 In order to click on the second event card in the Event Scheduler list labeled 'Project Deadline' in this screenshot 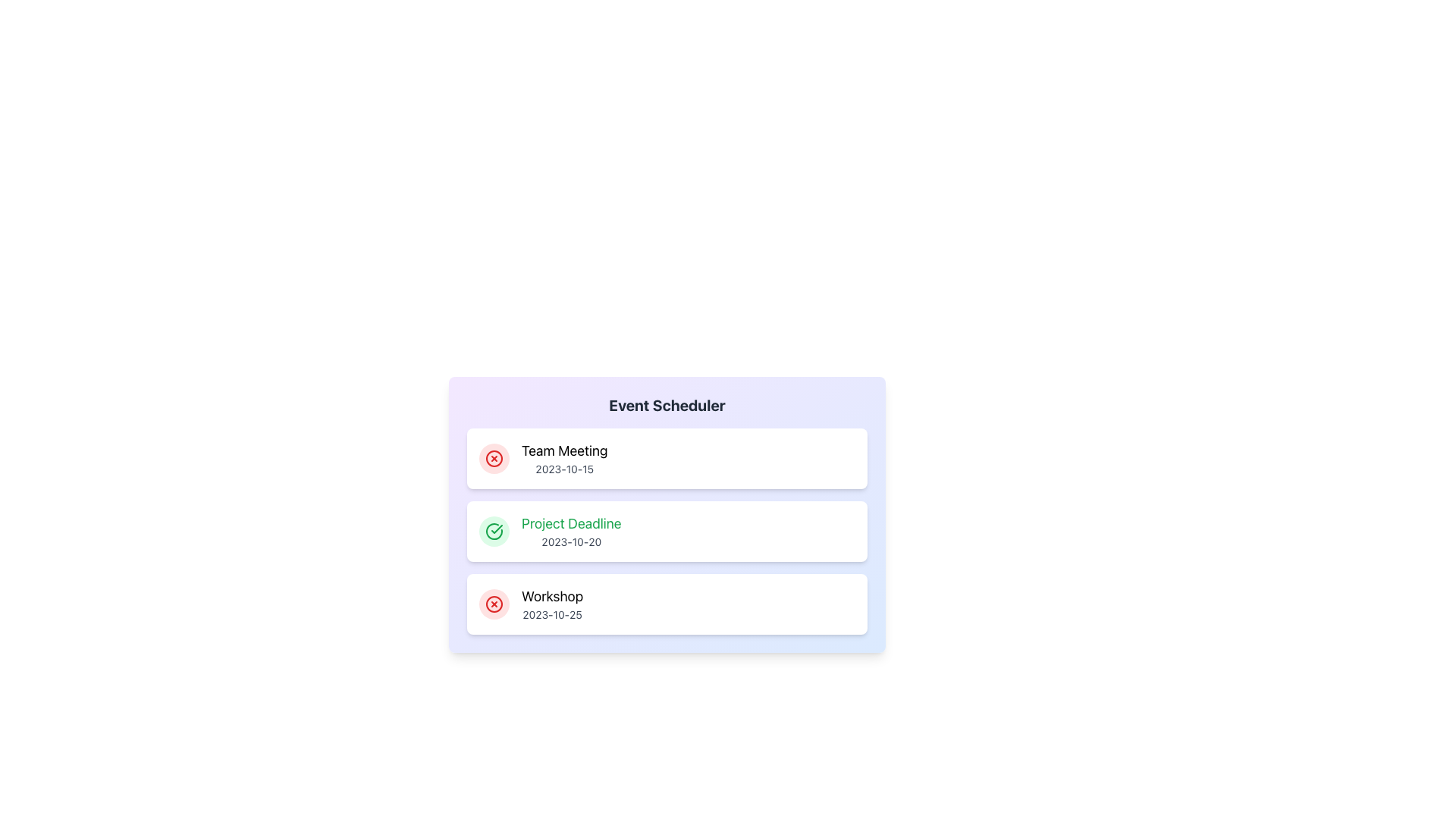, I will do `click(667, 531)`.